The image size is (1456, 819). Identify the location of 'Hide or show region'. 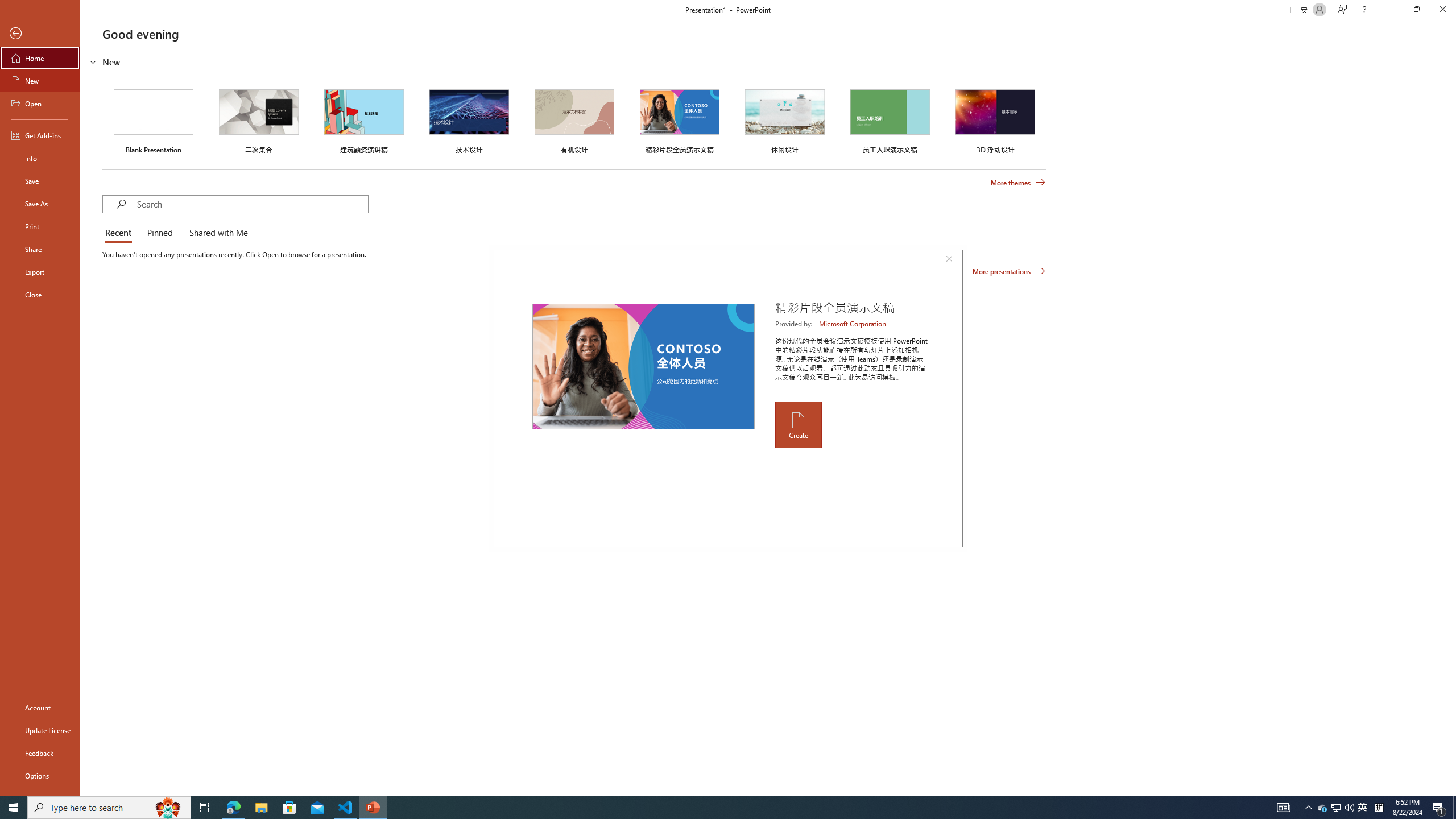
(93, 61).